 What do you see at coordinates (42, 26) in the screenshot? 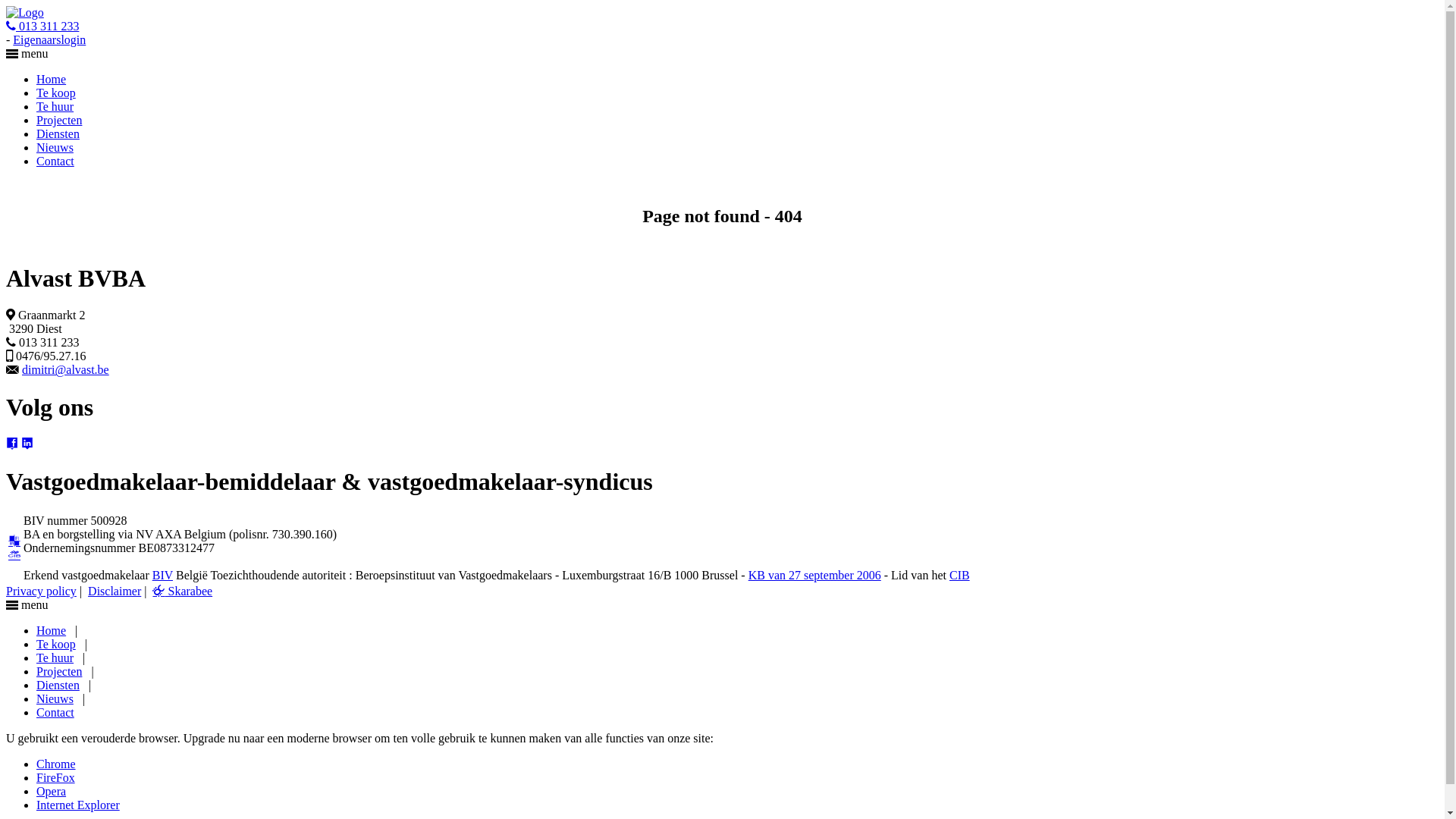
I see `'013 311 233'` at bounding box center [42, 26].